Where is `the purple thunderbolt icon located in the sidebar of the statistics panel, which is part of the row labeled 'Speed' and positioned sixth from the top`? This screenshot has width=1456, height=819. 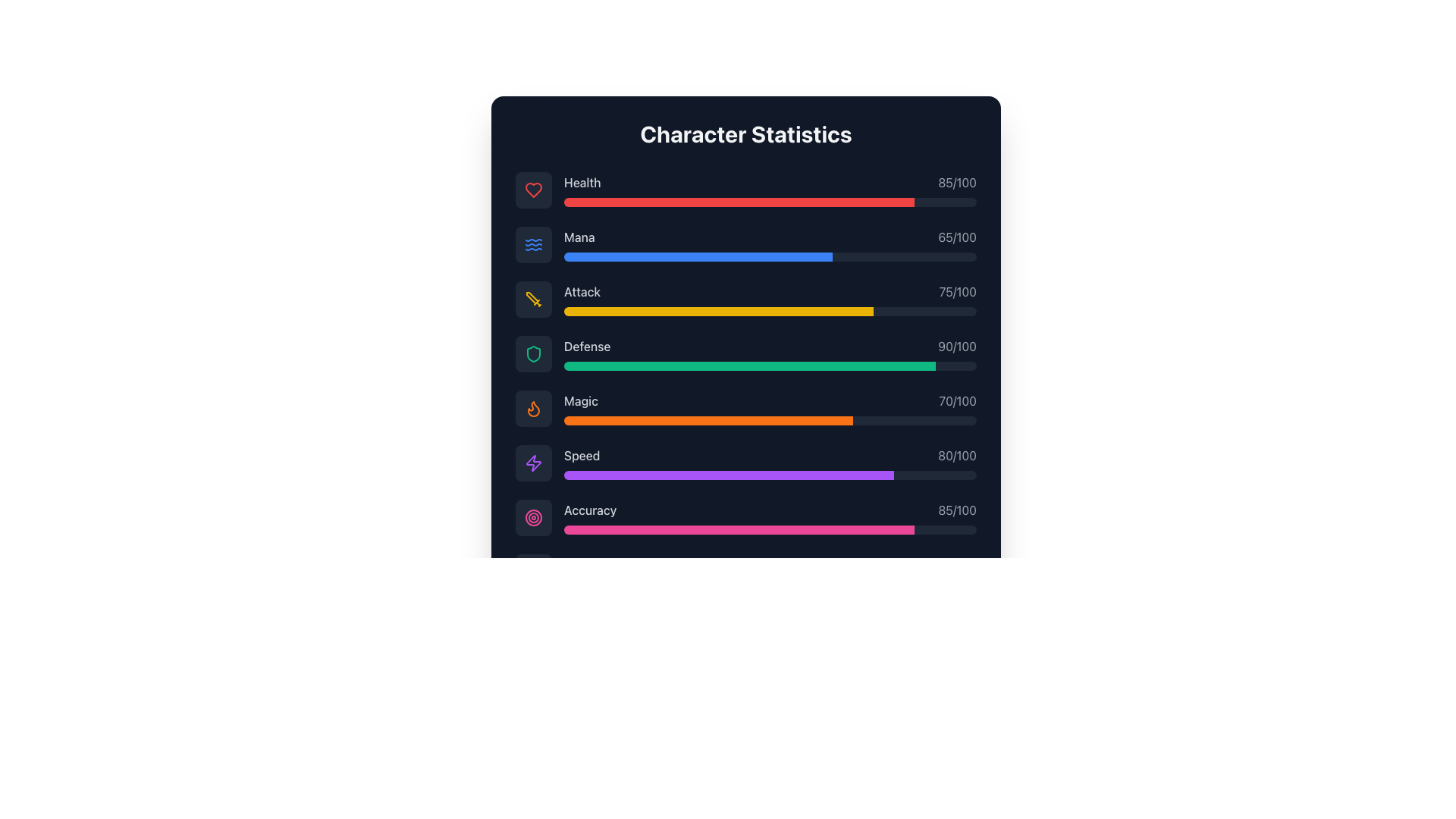 the purple thunderbolt icon located in the sidebar of the statistics panel, which is part of the row labeled 'Speed' and positioned sixth from the top is located at coordinates (534, 462).